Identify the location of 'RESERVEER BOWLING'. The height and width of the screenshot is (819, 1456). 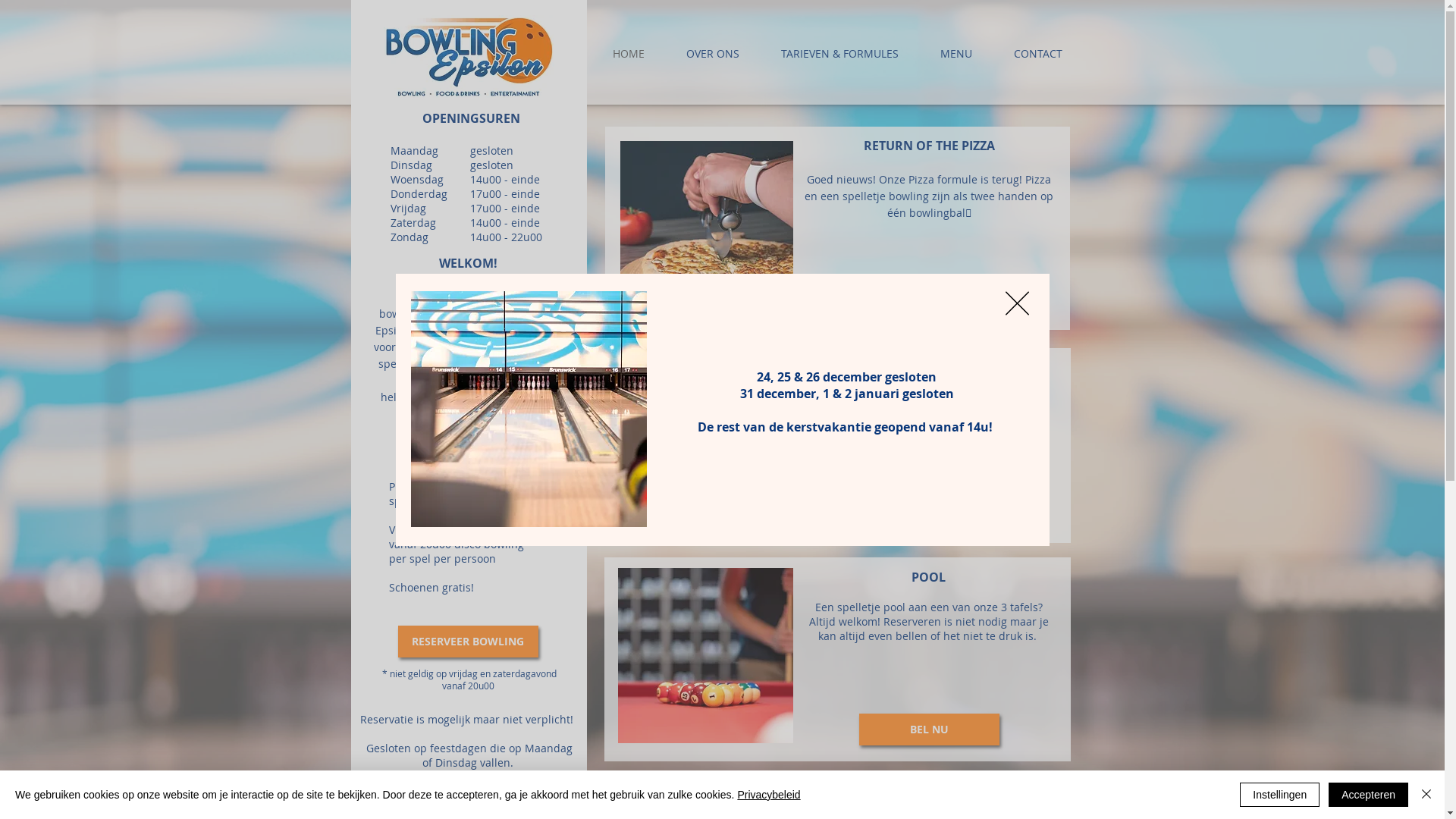
(466, 641).